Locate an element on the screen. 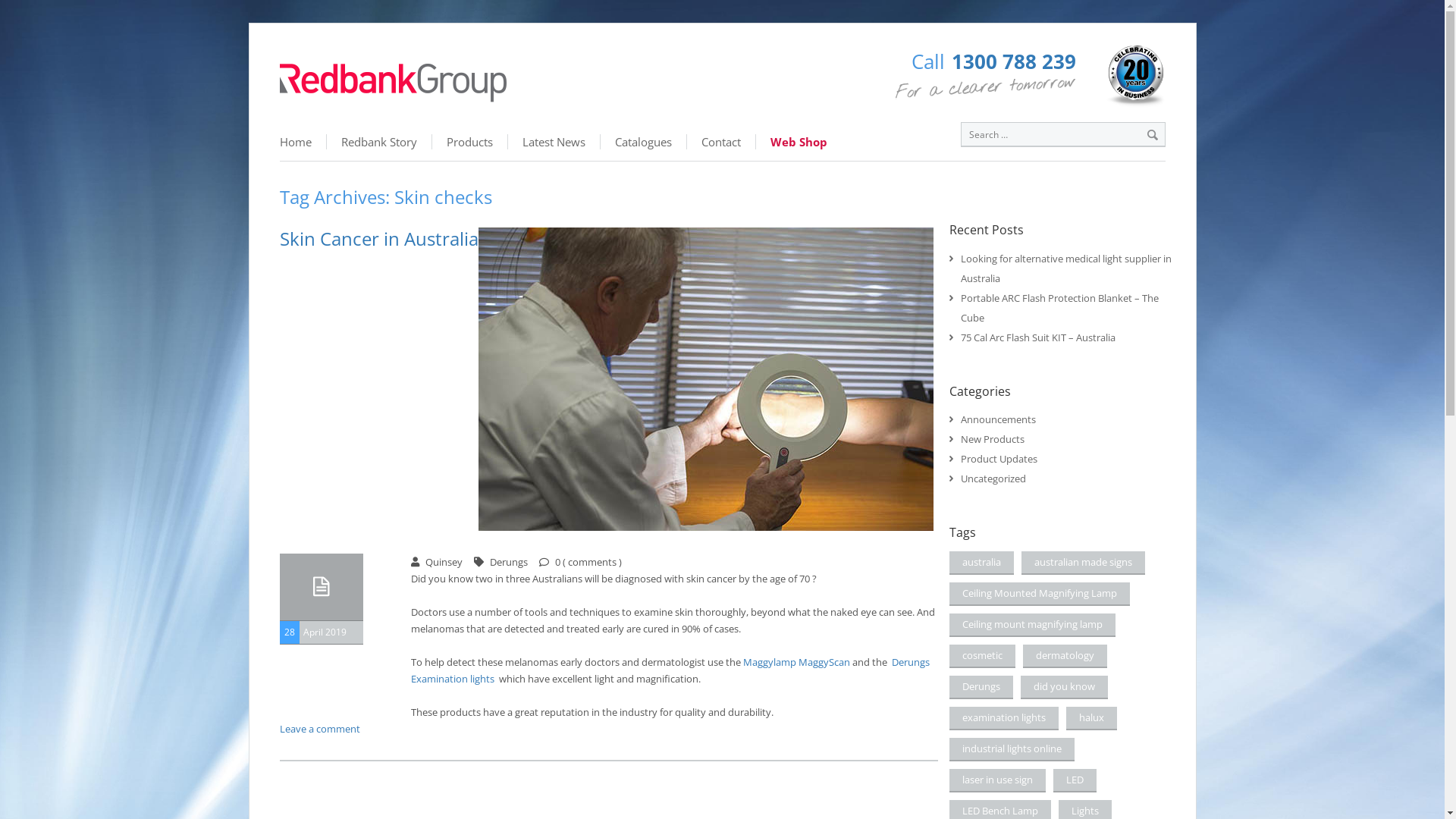 The width and height of the screenshot is (1456, 819). 'did you know' is located at coordinates (1063, 687).